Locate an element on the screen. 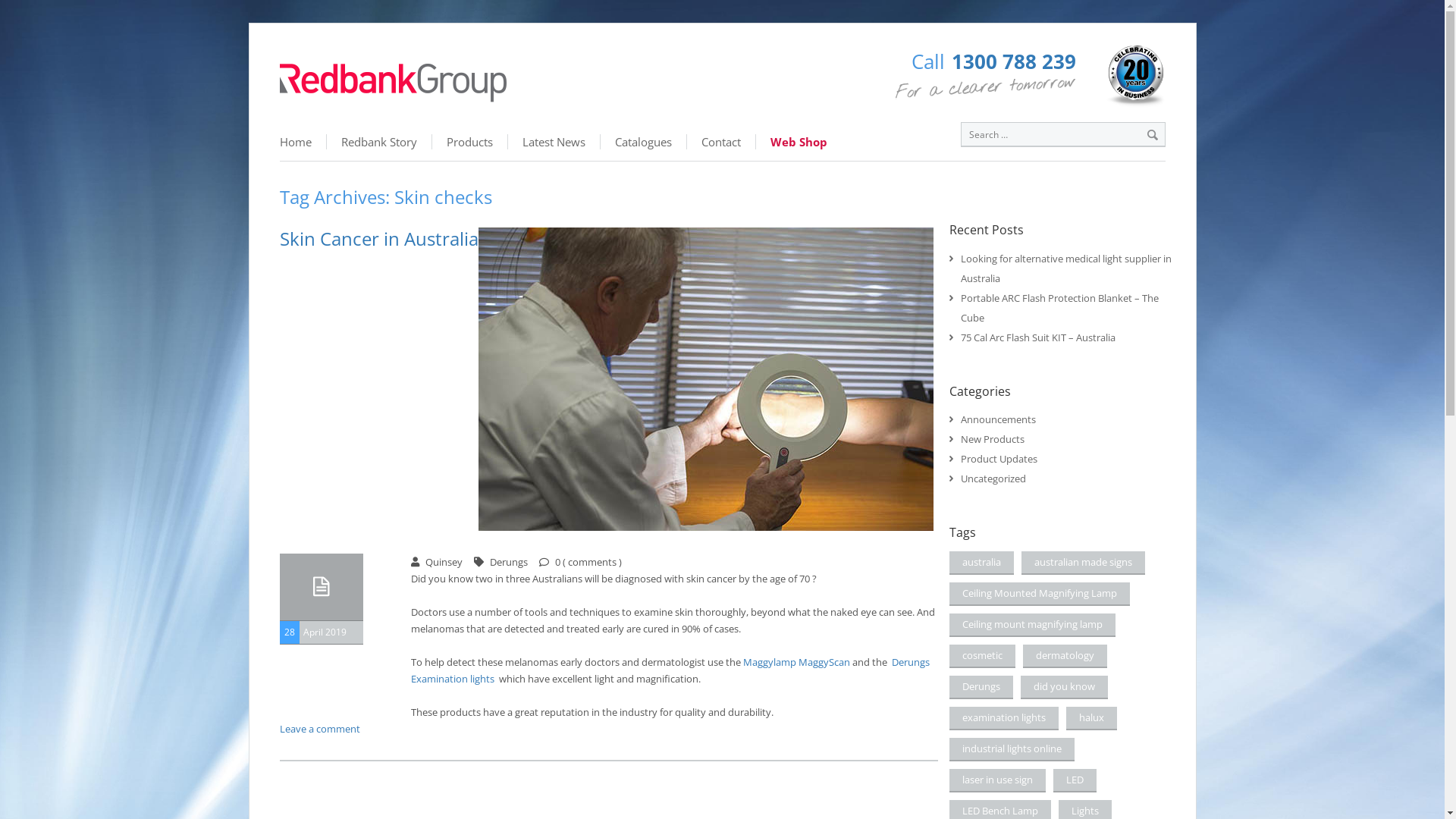 The width and height of the screenshot is (1456, 819). 'did you know' is located at coordinates (1063, 687).